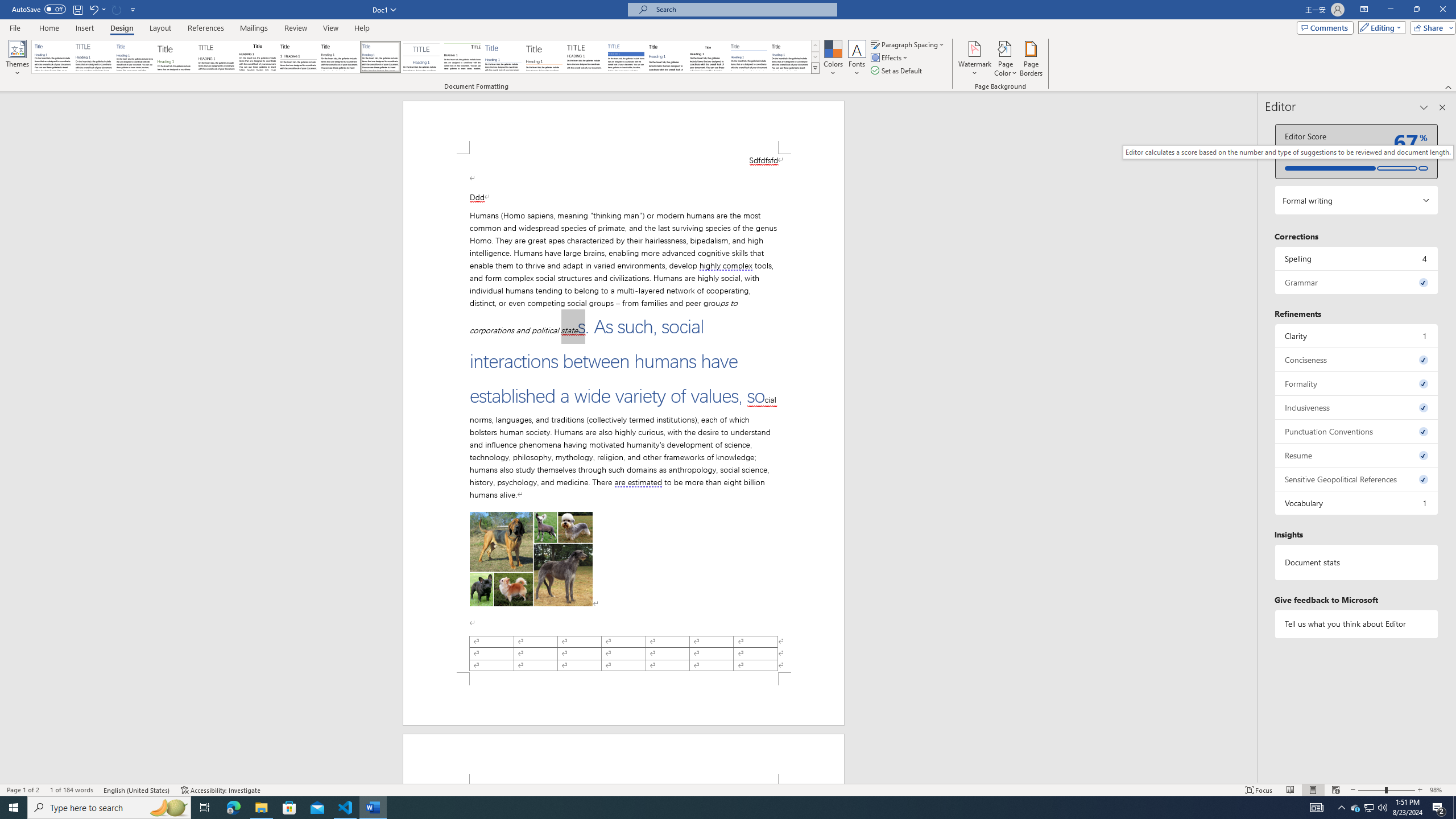  What do you see at coordinates (425, 56) in the screenshot?
I see `'AutomationID: QuickStylesSets'` at bounding box center [425, 56].